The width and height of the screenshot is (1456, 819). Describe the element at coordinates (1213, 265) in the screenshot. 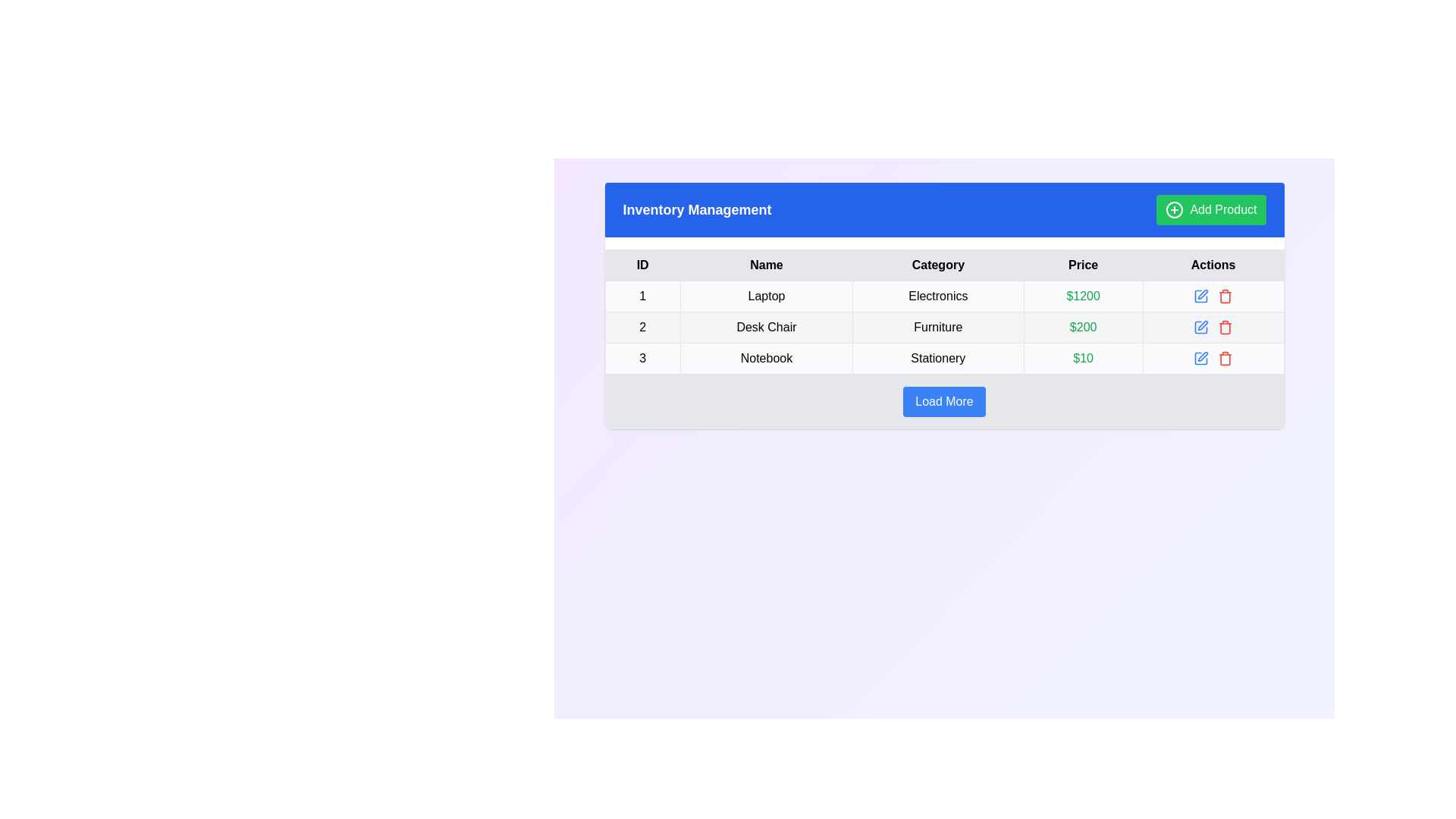

I see `the fifth column header cell in the table, which signifies action-related controls for each row` at that location.